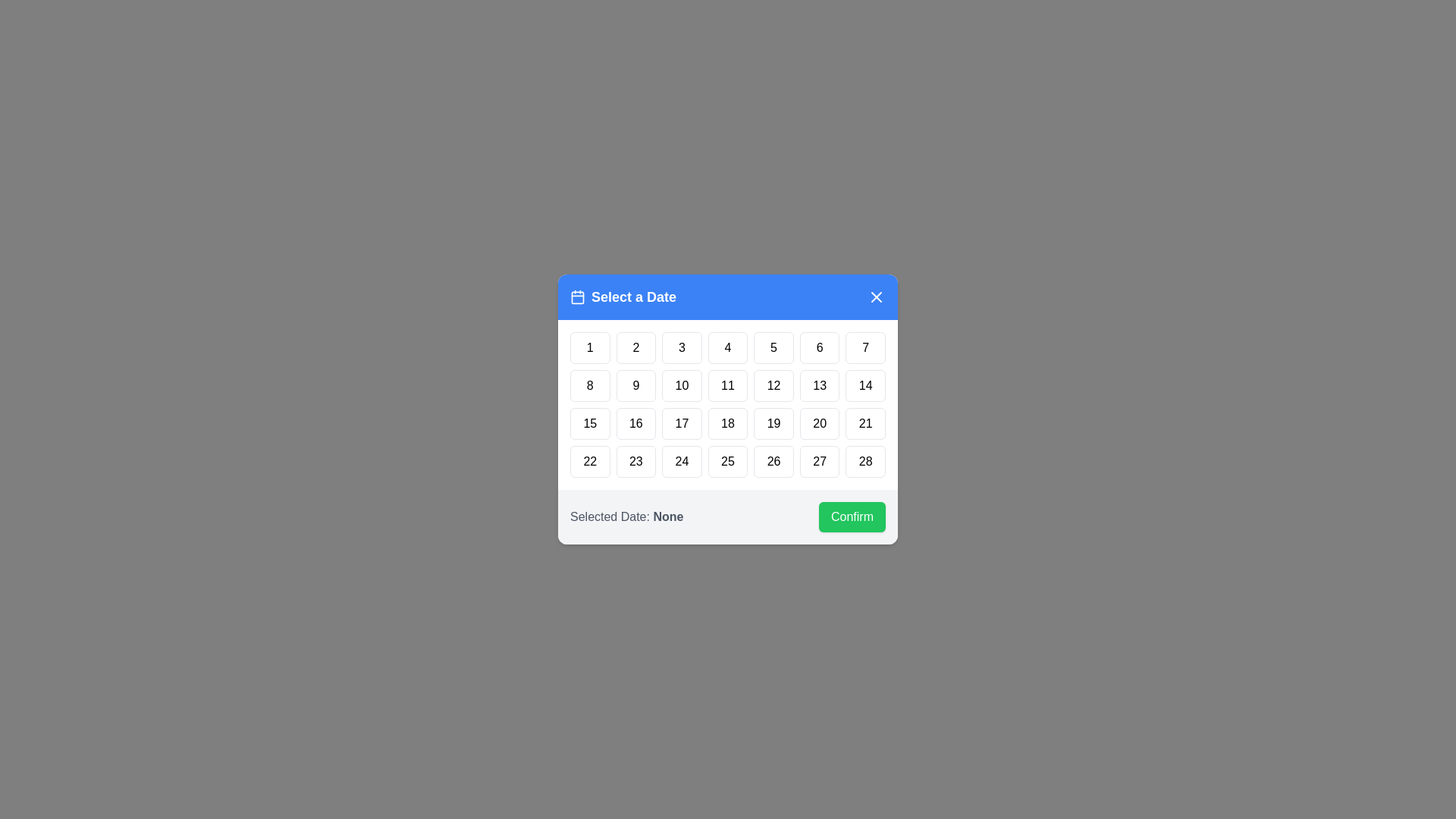 This screenshot has width=1456, height=819. Describe the element at coordinates (866, 461) in the screenshot. I see `the day button labeled 28 to highlight it` at that location.